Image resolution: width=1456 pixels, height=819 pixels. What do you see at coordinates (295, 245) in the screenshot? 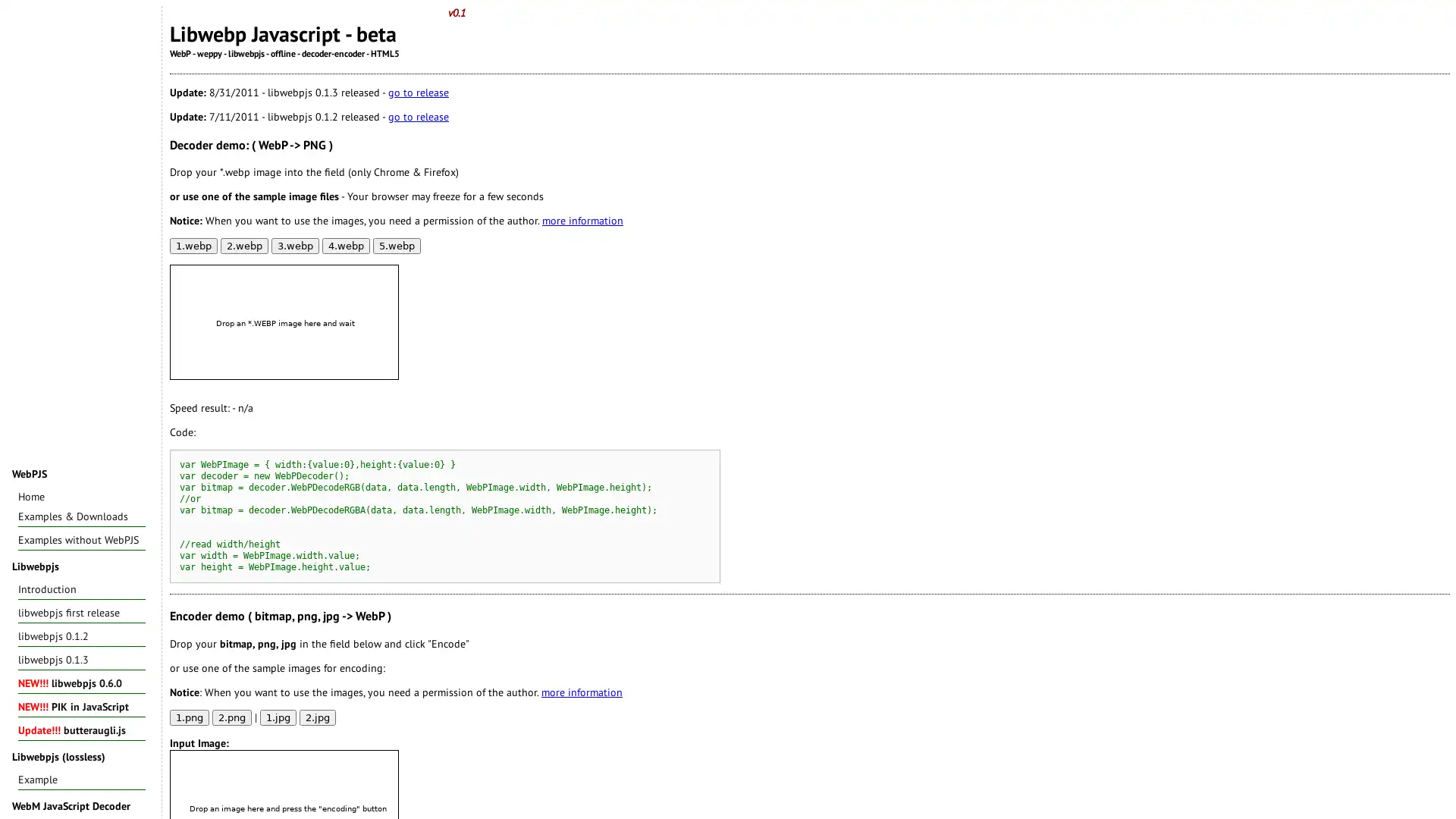
I see `3.webp` at bounding box center [295, 245].